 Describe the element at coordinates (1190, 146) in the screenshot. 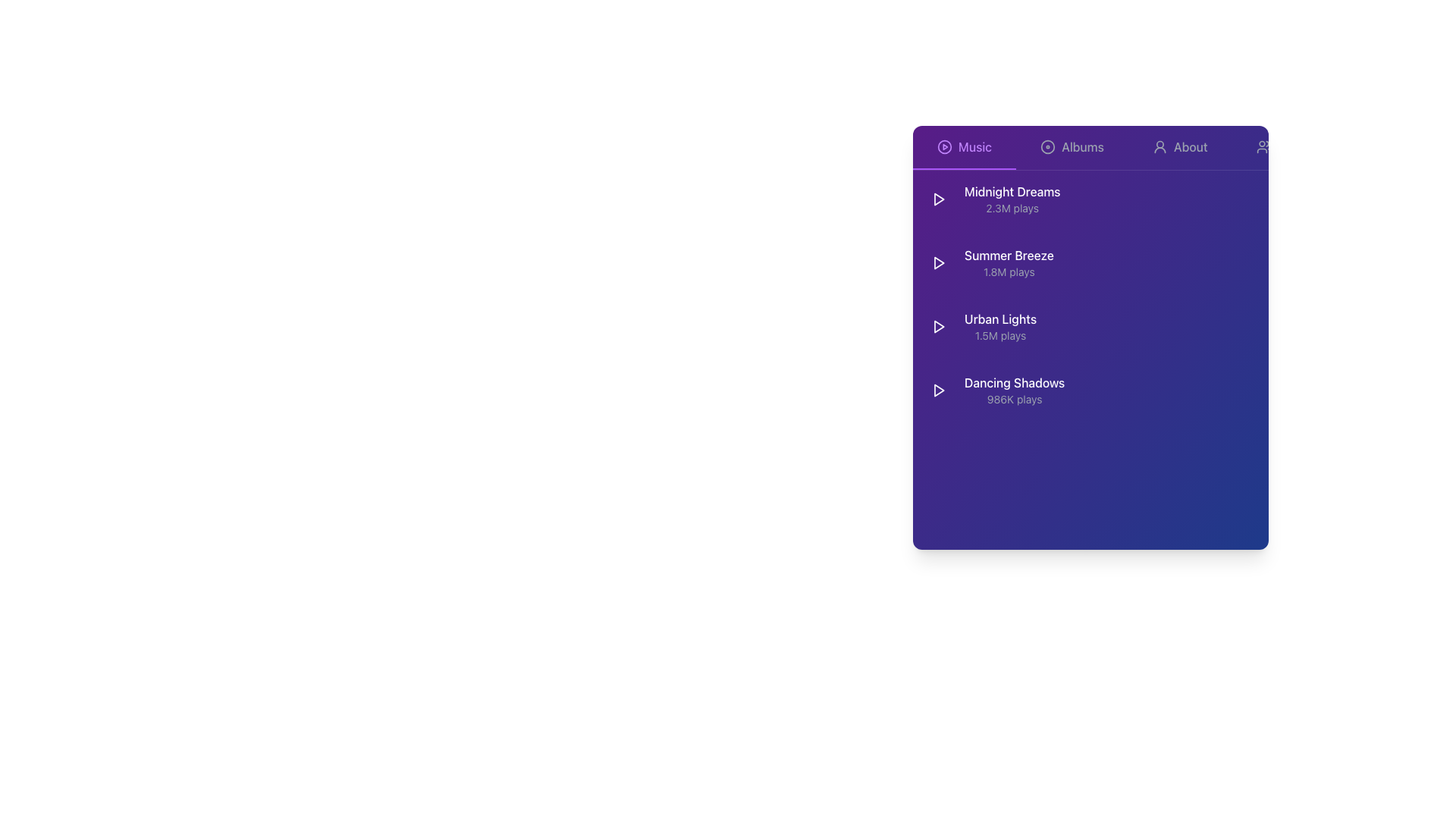

I see `the 'About' text label, which is the fourth clickable option in the horizontal navigation bar, located to the right of 'Music' and 'Albums'` at that location.